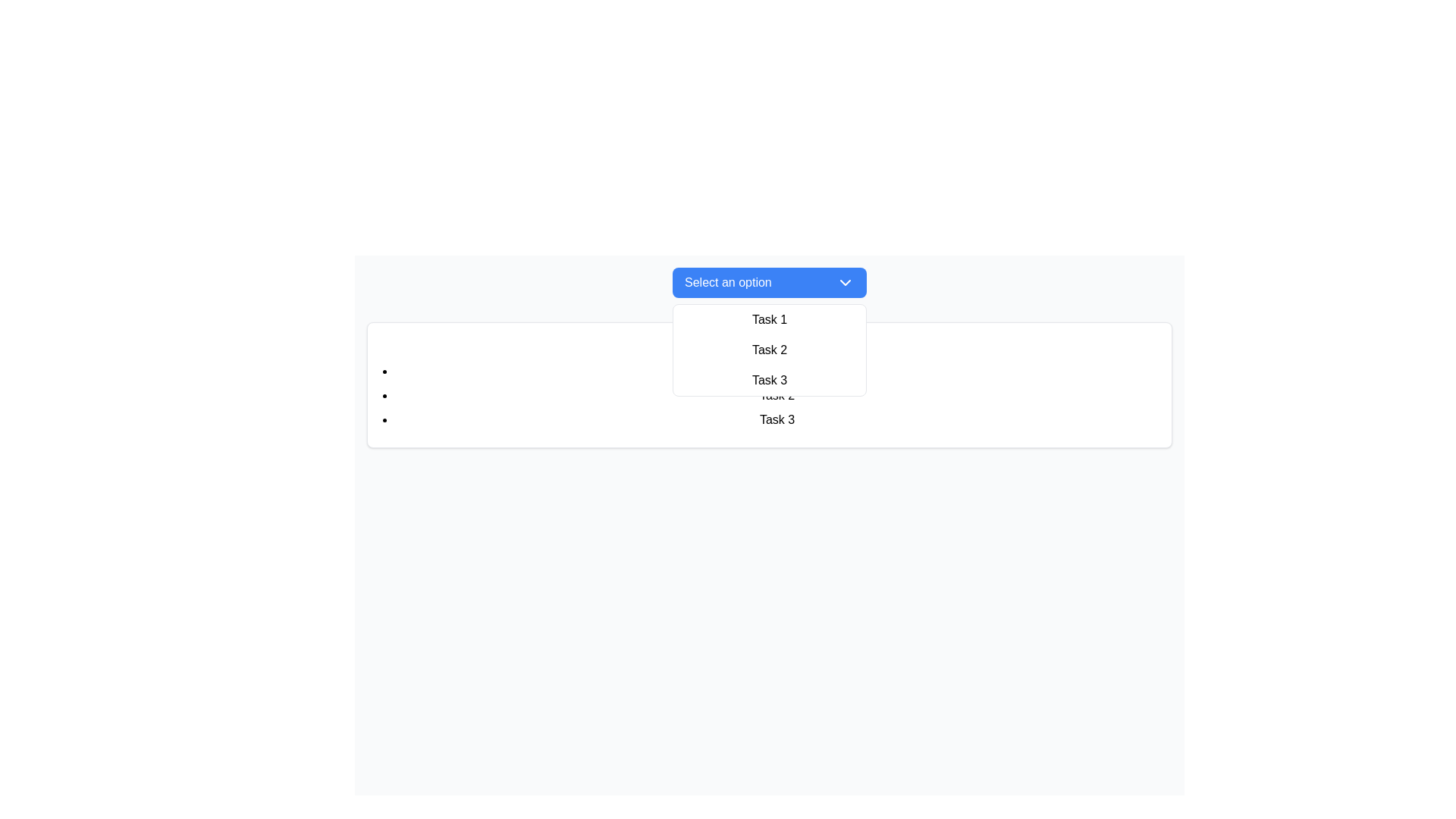 The image size is (1456, 819). What do you see at coordinates (769, 318) in the screenshot?
I see `the dropdown option labeled 'Task 1'` at bounding box center [769, 318].